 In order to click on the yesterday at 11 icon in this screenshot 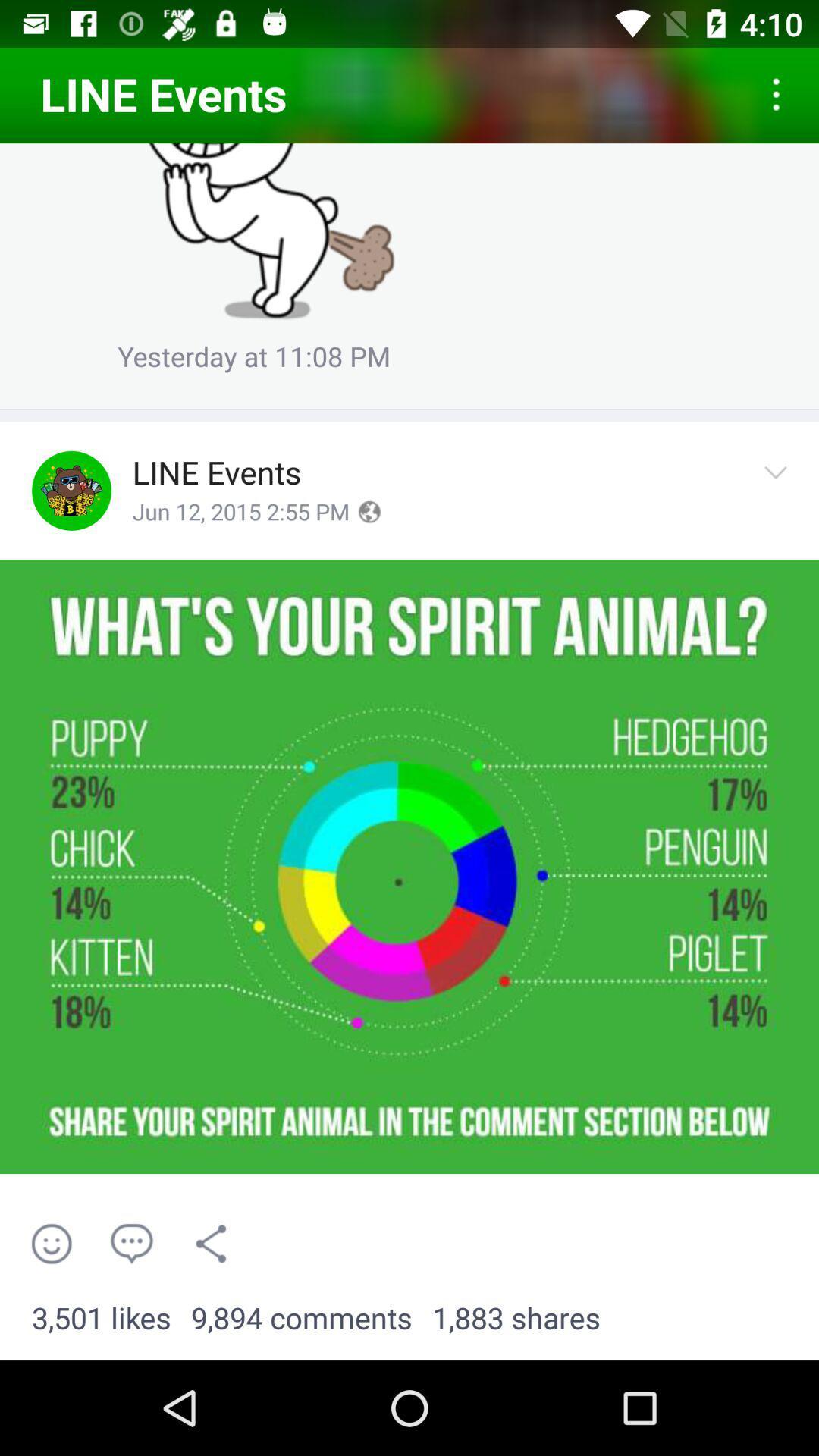, I will do `click(253, 362)`.